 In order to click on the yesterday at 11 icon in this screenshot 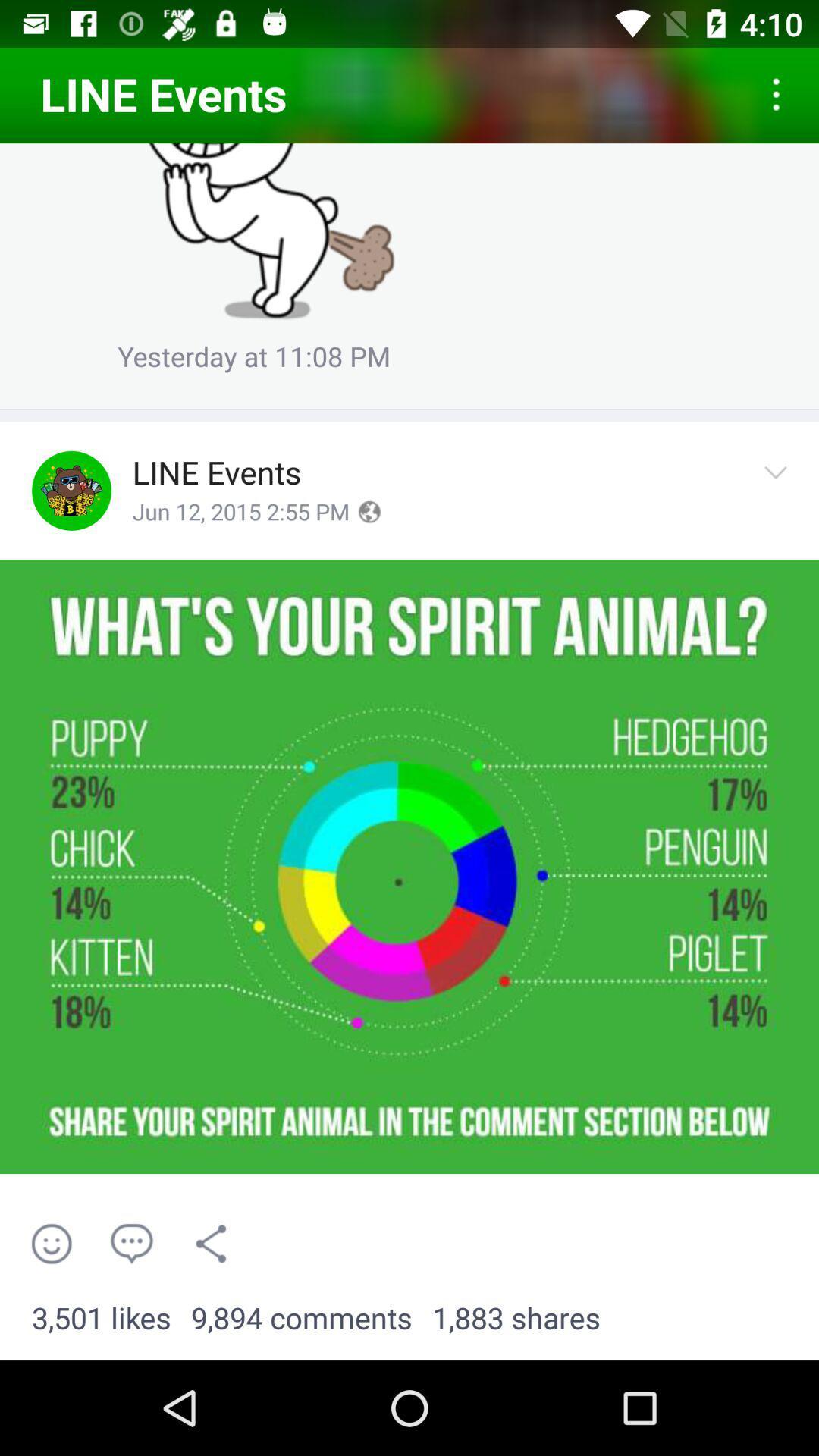, I will do `click(253, 362)`.